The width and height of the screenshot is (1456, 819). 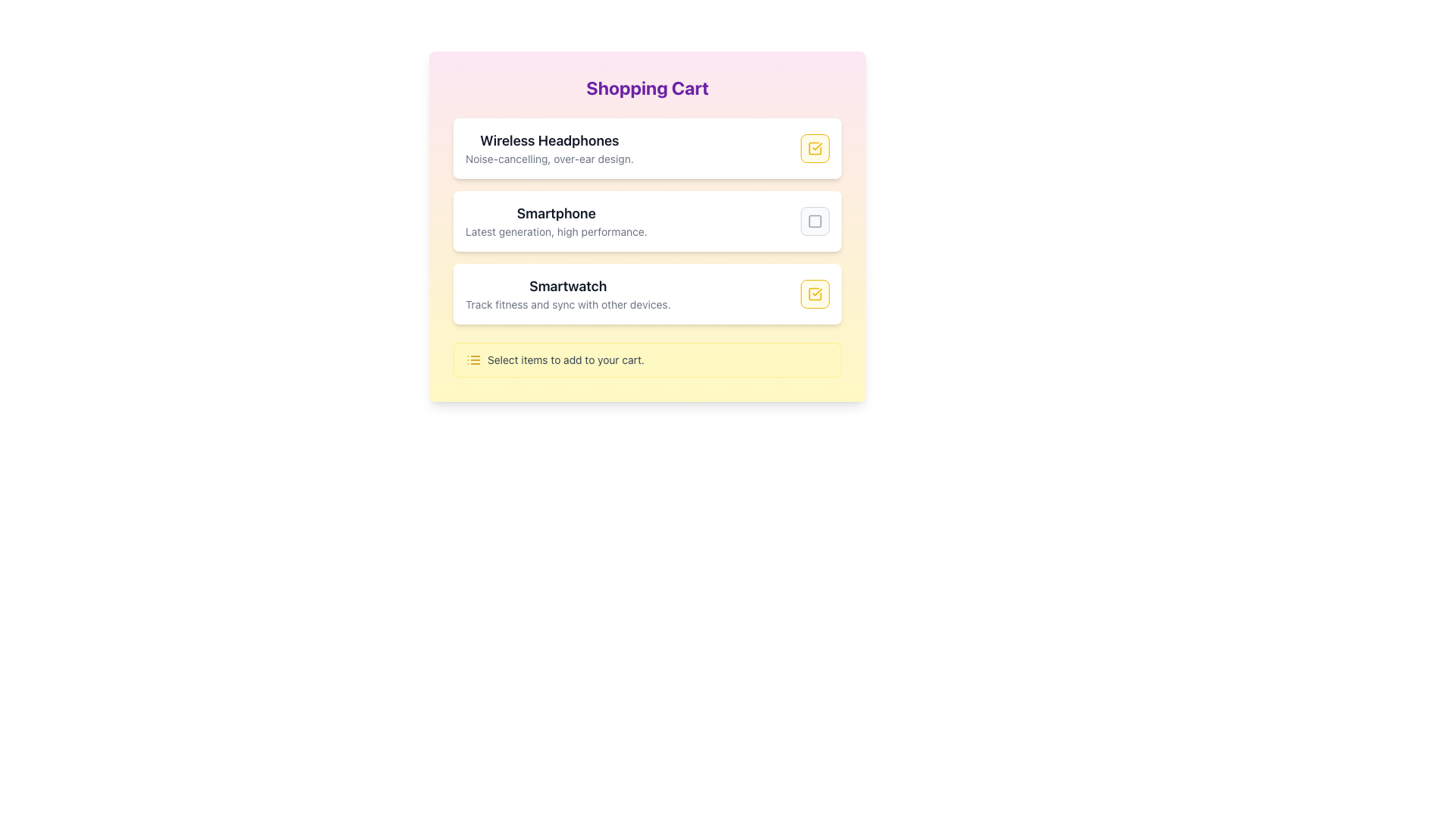 I want to click on product title and description of the Smartphone in the second product listing of the shopping-cart interface, located between Wireless Headphones and Smartwatch, so click(x=648, y=221).